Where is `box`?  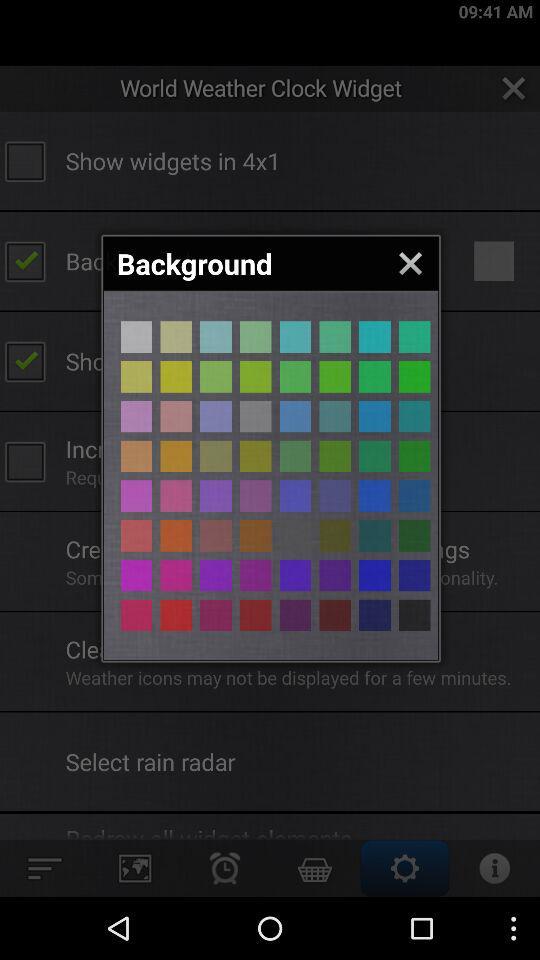 box is located at coordinates (413, 495).